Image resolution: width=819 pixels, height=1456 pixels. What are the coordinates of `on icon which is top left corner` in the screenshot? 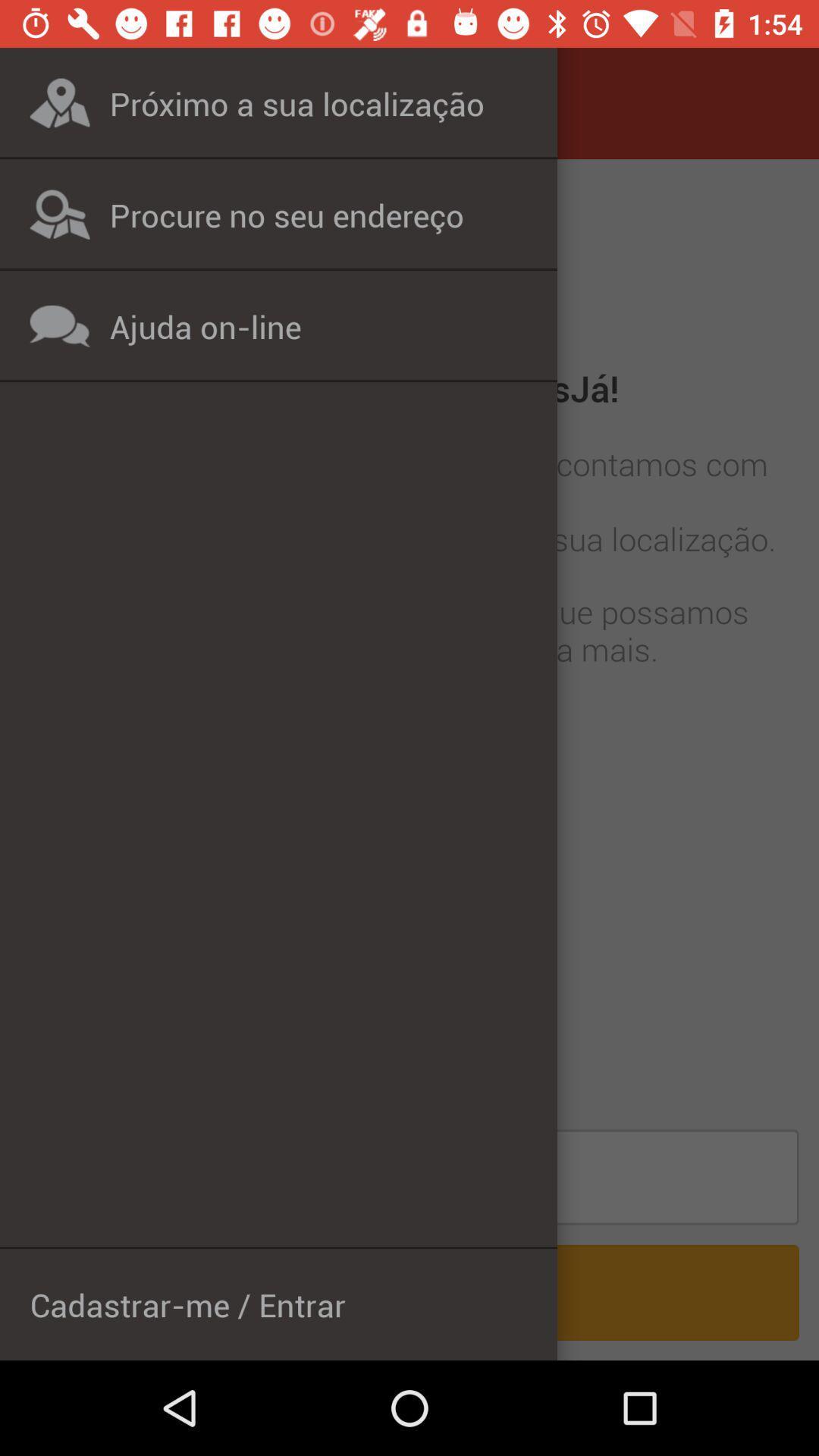 It's located at (59, 102).